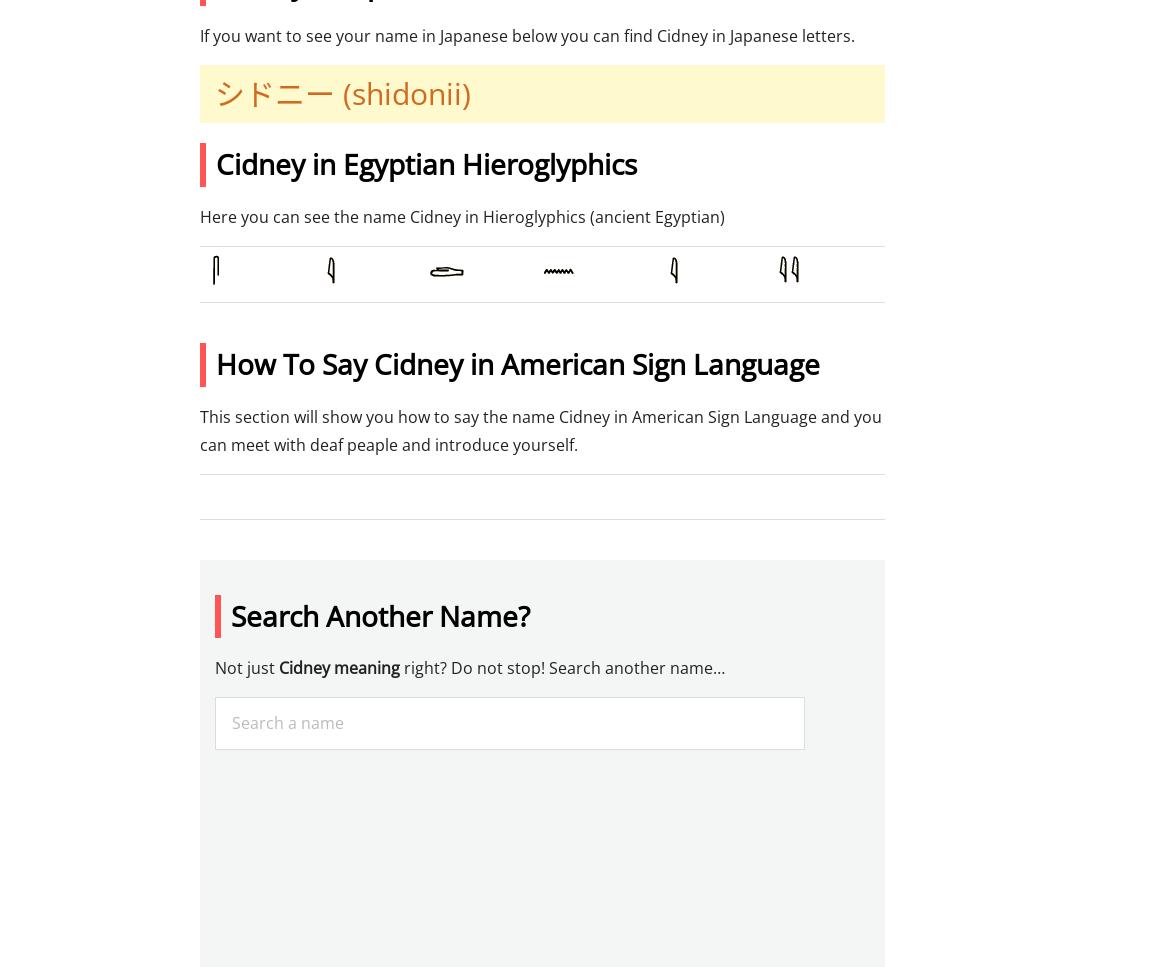 This screenshot has width=1150, height=967. Describe the element at coordinates (214, 164) in the screenshot. I see `'Cidney in Egyptian Hieroglyphics'` at that location.